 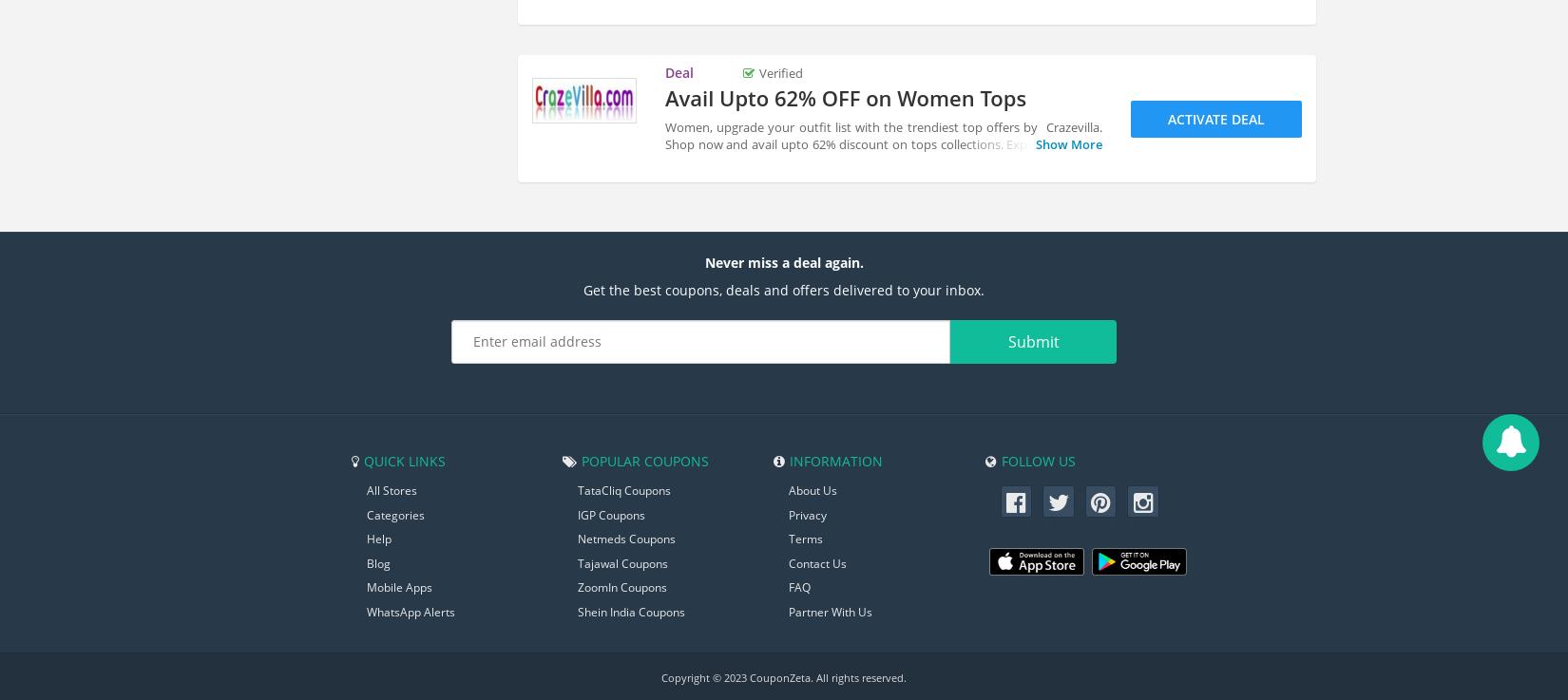 What do you see at coordinates (782, 260) in the screenshot?
I see `'Never miss a deal again.'` at bounding box center [782, 260].